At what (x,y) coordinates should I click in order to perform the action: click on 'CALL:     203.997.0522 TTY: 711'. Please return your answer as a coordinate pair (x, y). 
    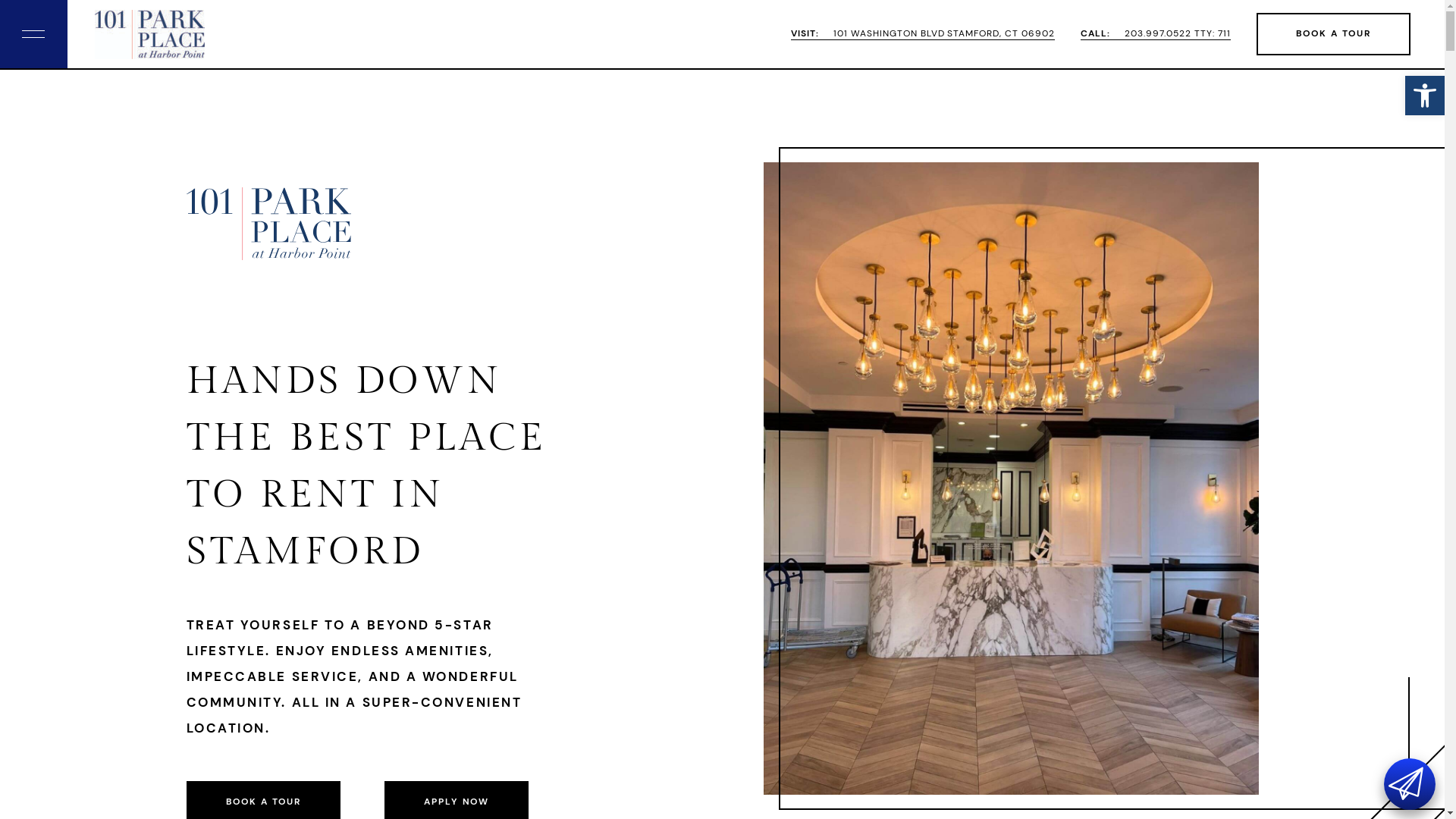
    Looking at the image, I should click on (1154, 34).